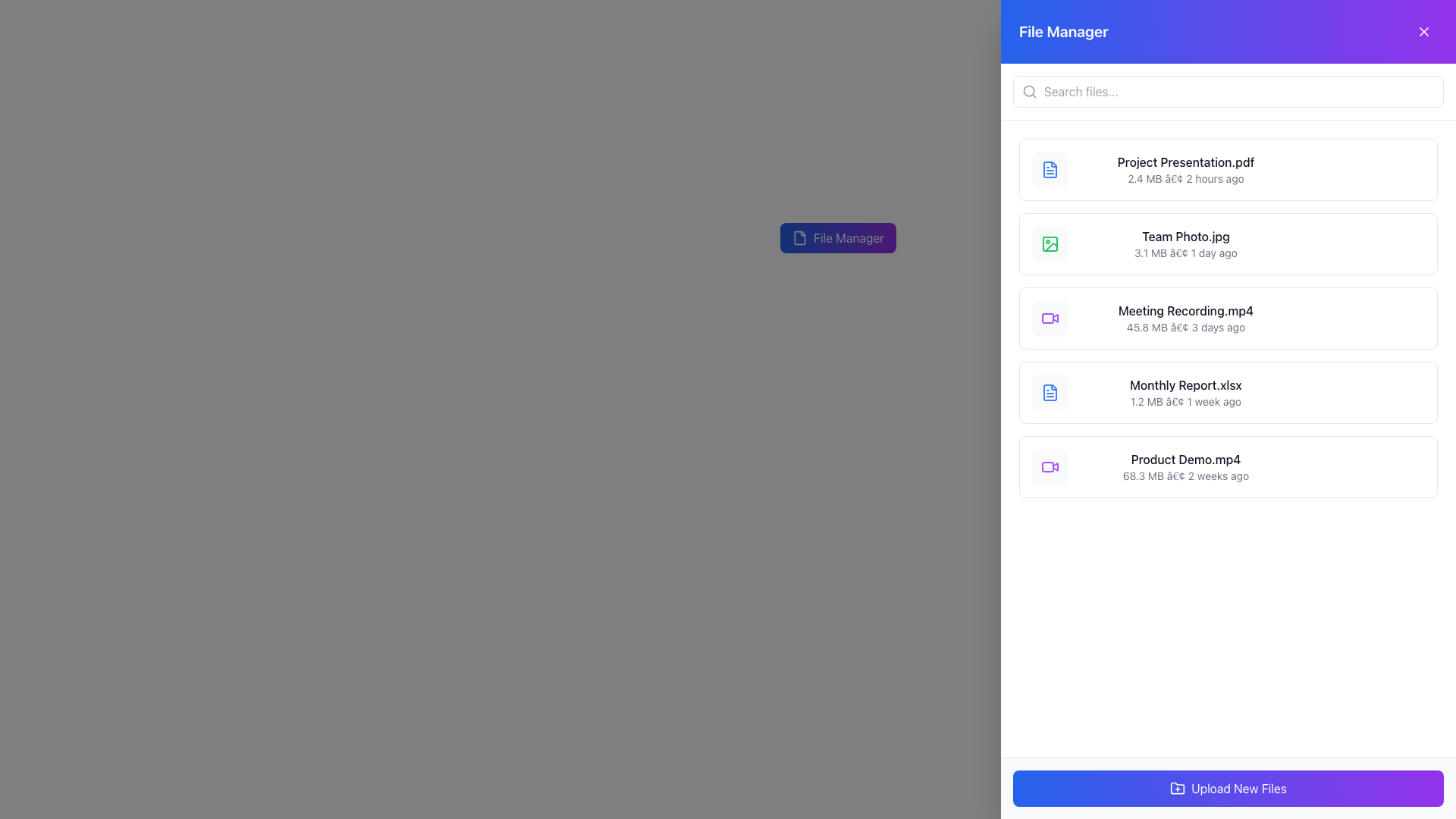 This screenshot has height=819, width=1456. What do you see at coordinates (1228, 169) in the screenshot?
I see `the first file entry in the file manager list` at bounding box center [1228, 169].